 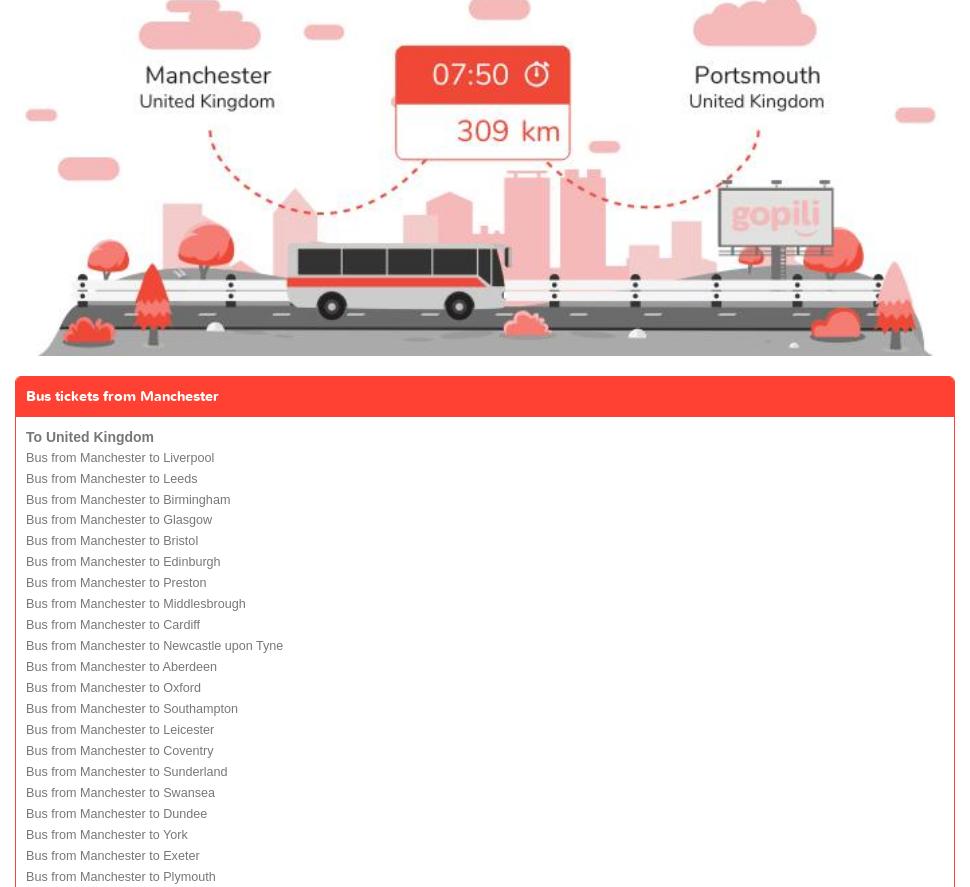 What do you see at coordinates (116, 813) in the screenshot?
I see `'Bus from Manchester to Dundee'` at bounding box center [116, 813].